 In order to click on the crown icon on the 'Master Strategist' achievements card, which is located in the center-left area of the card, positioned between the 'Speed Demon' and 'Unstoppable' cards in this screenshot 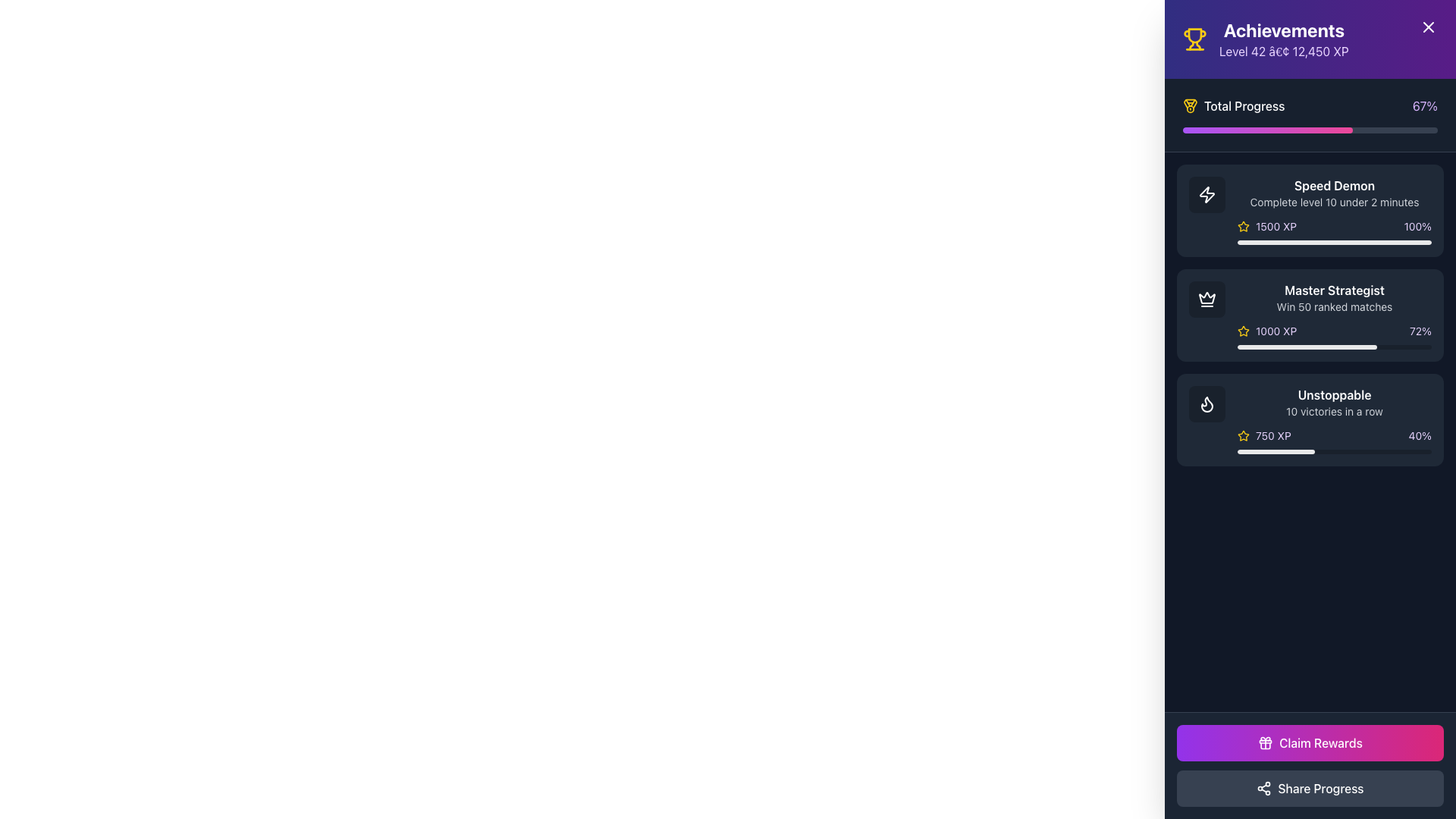, I will do `click(1207, 298)`.